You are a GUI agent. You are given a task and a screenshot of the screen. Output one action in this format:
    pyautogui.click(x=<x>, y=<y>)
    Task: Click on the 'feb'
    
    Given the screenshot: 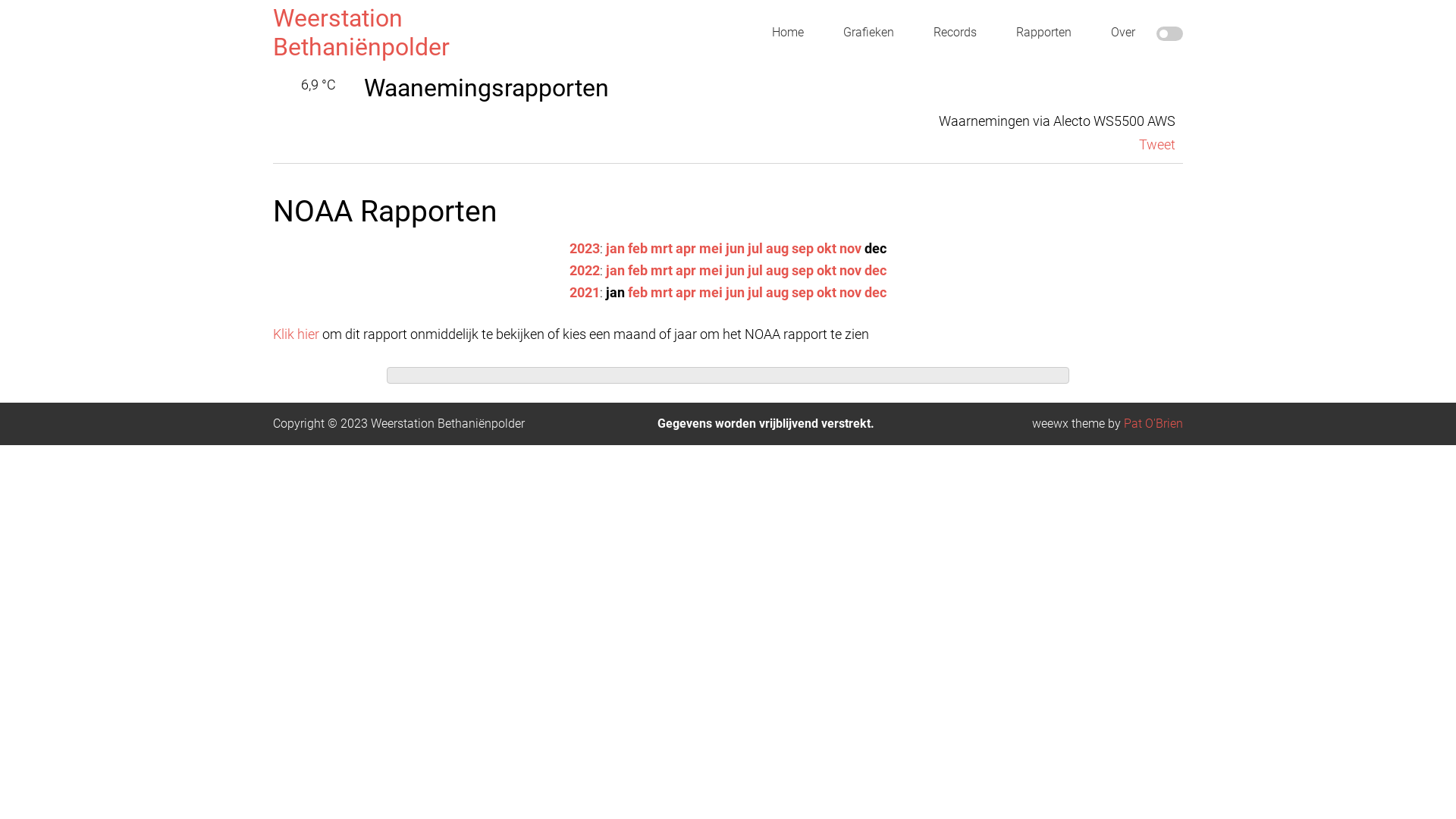 What is the action you would take?
    pyautogui.click(x=637, y=292)
    